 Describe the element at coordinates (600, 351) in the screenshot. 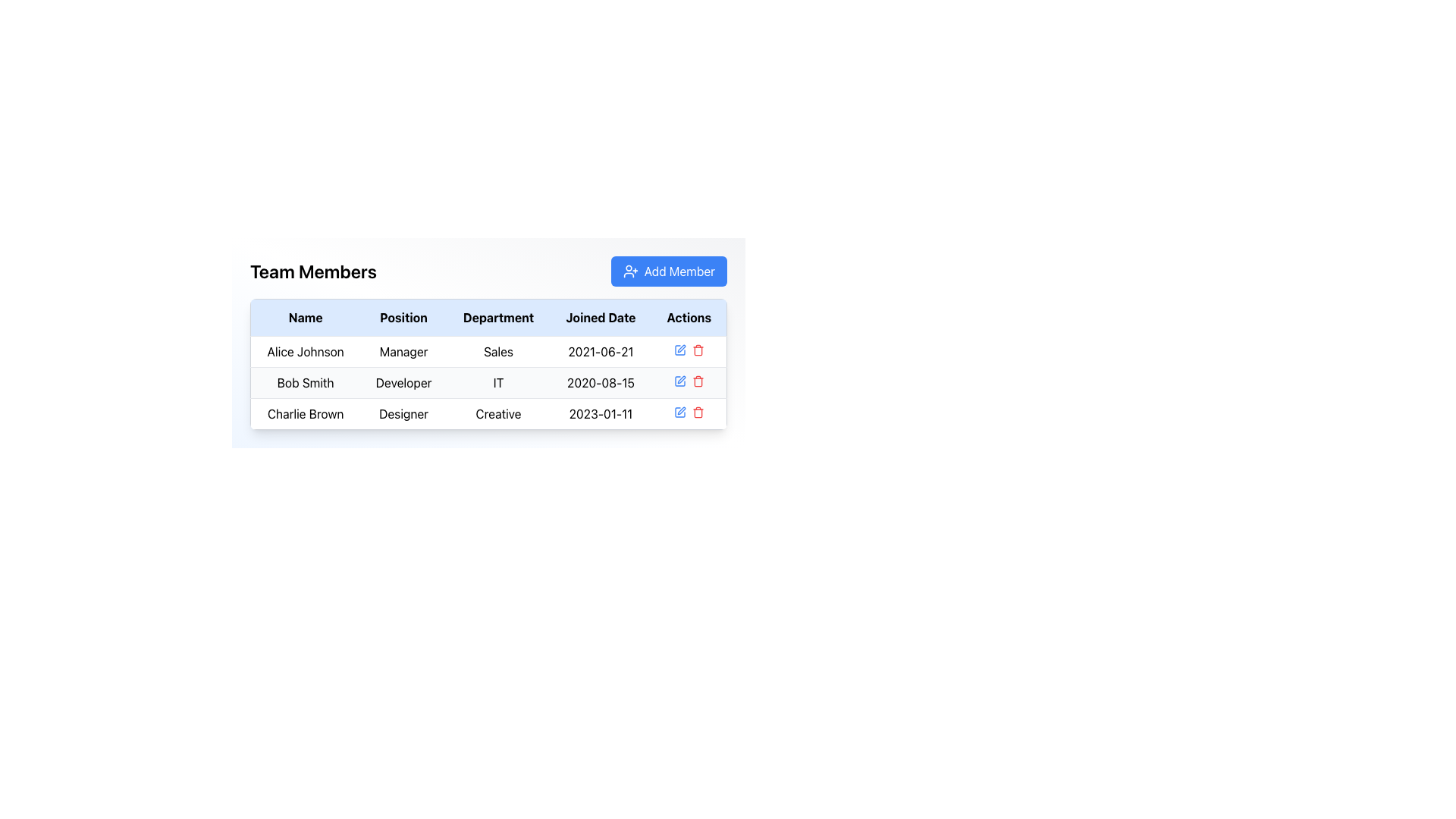

I see `the 'Joined Date' text element for 'Alice Johnson', located in the fourth column of the first row of the table` at that location.